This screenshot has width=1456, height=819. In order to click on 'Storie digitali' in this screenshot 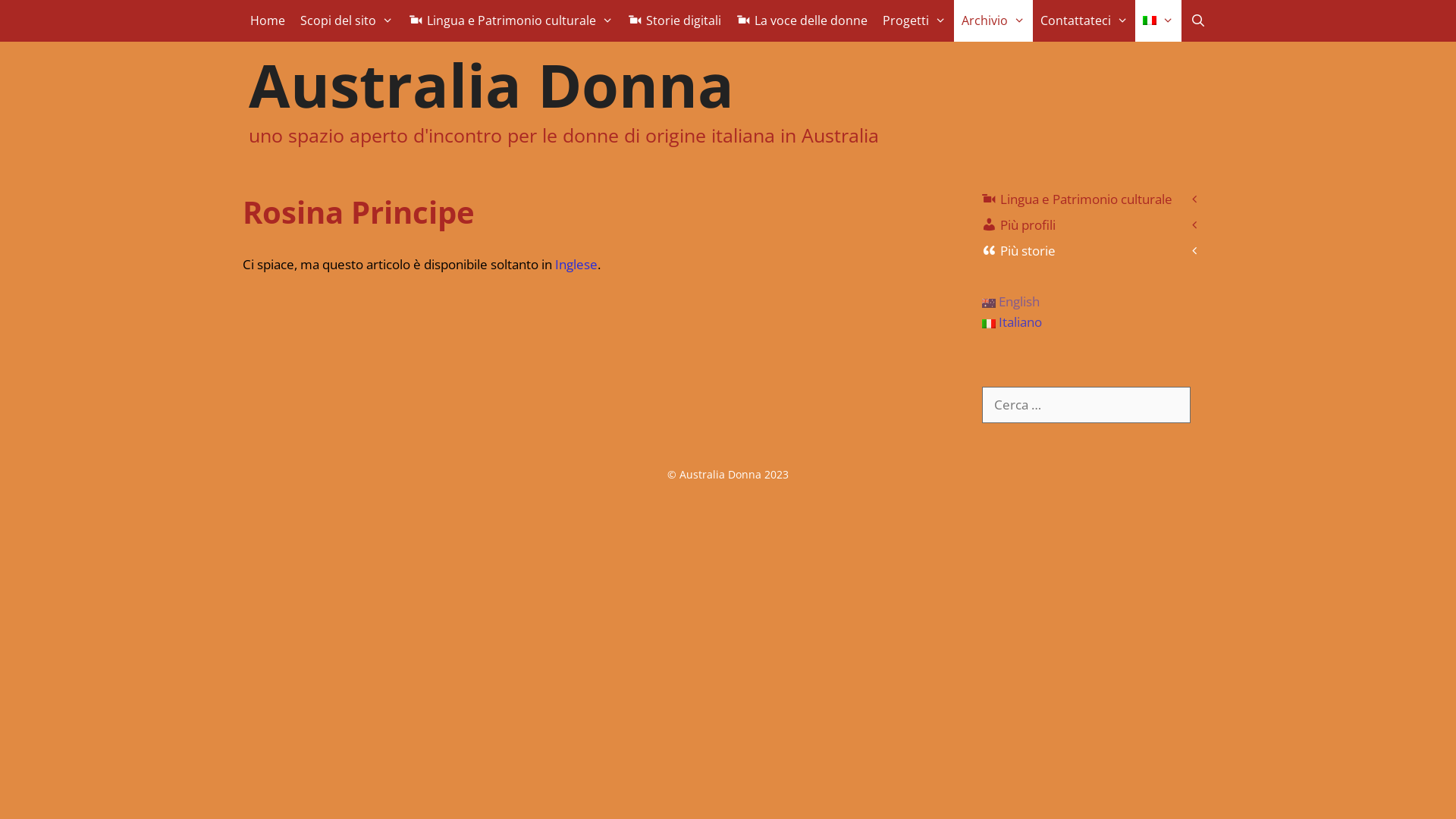, I will do `click(673, 20)`.